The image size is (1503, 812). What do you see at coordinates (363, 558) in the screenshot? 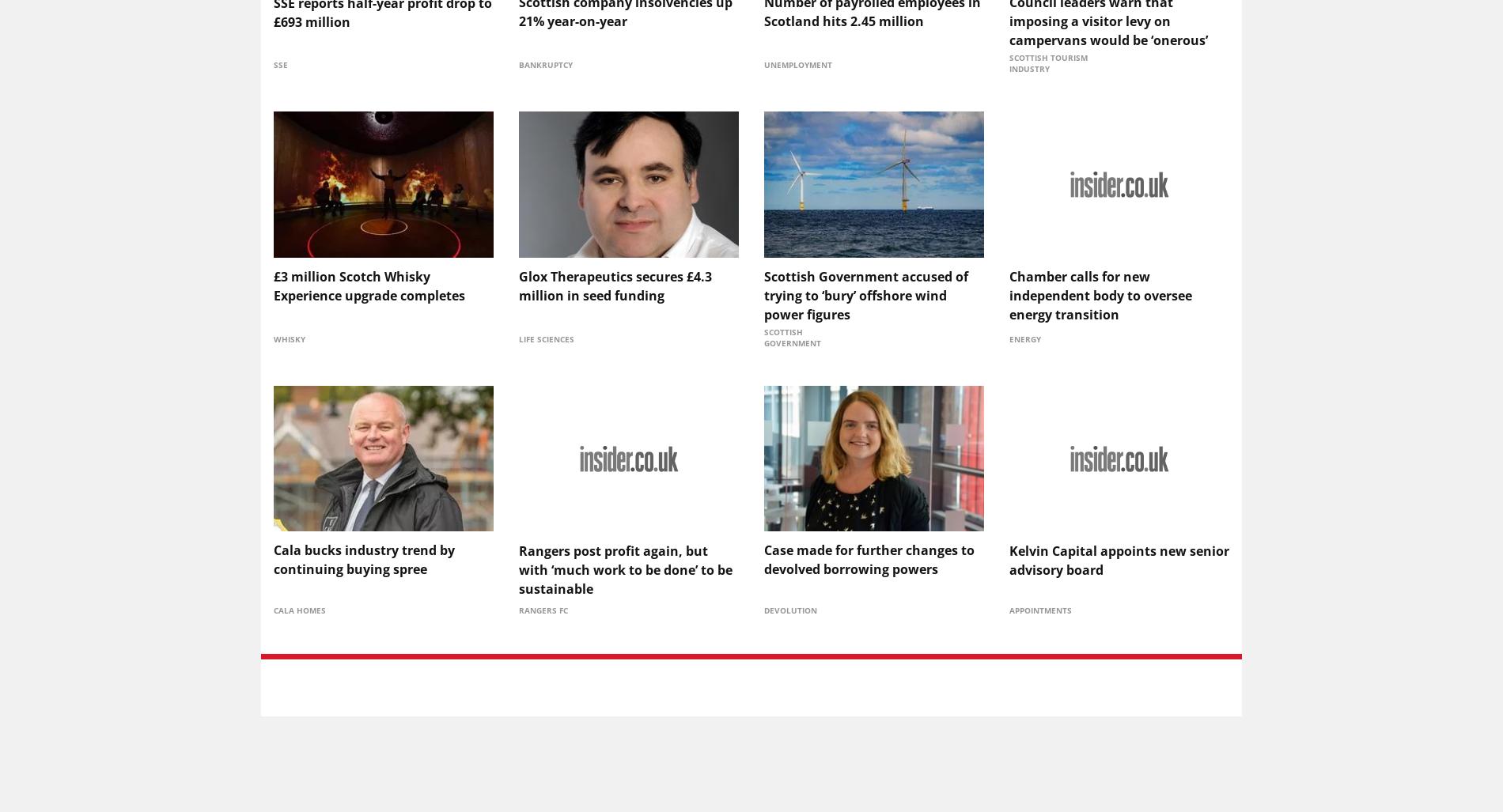
I see `'Cala bucks industry trend by continuing buying spree'` at bounding box center [363, 558].